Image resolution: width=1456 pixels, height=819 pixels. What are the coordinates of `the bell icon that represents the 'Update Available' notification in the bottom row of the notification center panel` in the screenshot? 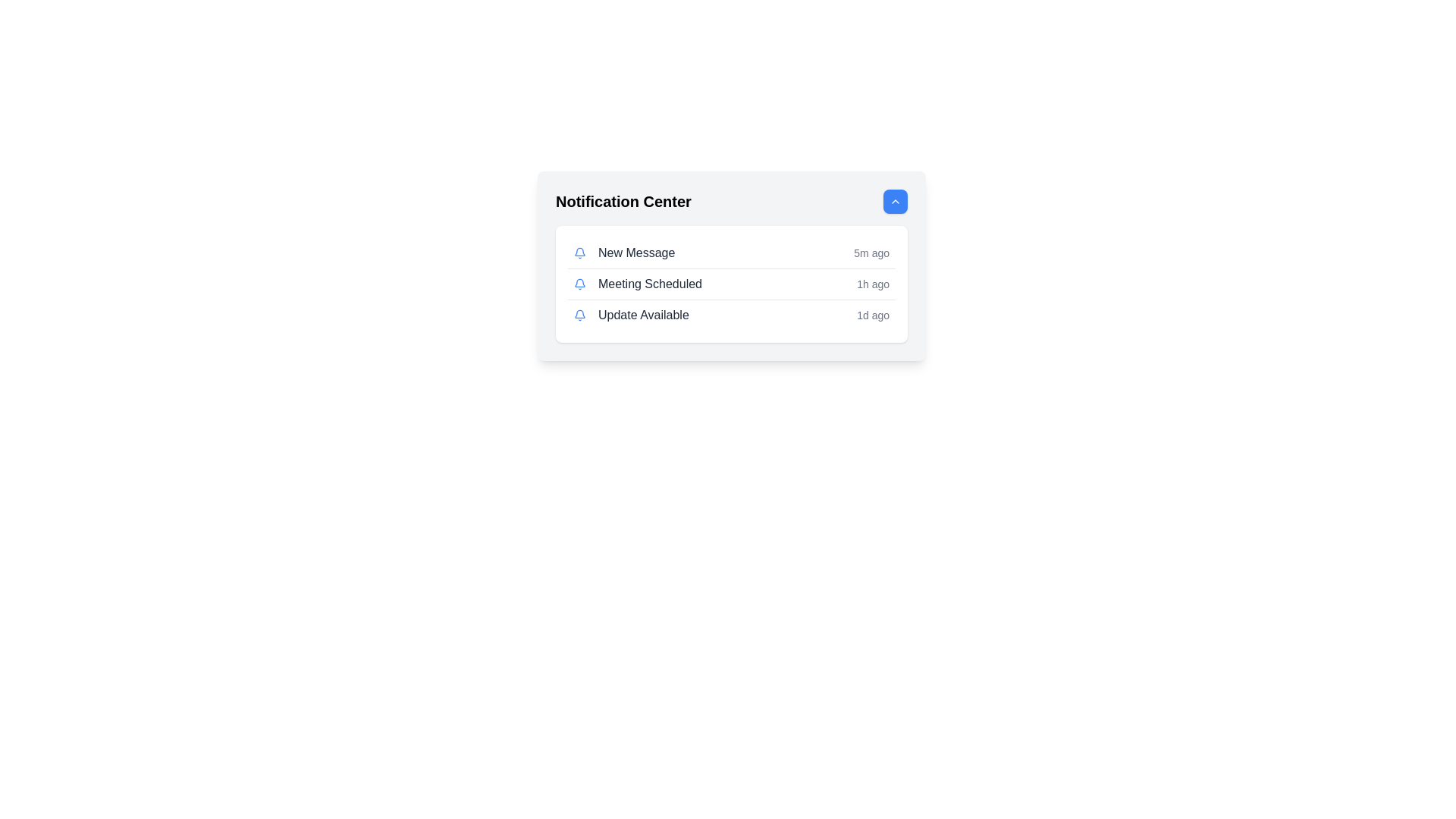 It's located at (579, 315).